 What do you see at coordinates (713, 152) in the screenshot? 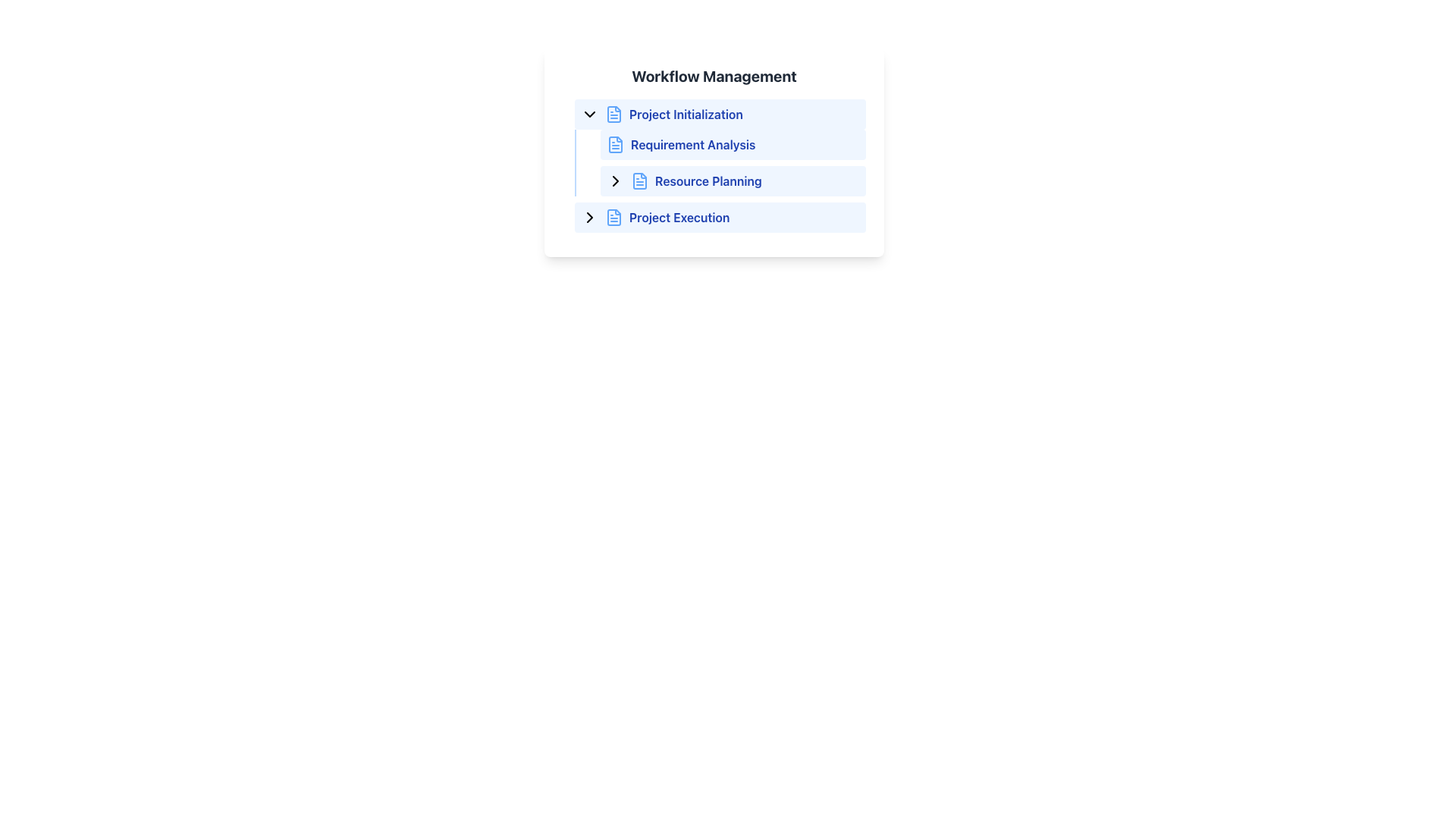
I see `the 'Requirement Analysis' text label with icon, which is the second item in the workflow management list, positioned below 'Project Initialization'` at bounding box center [713, 152].